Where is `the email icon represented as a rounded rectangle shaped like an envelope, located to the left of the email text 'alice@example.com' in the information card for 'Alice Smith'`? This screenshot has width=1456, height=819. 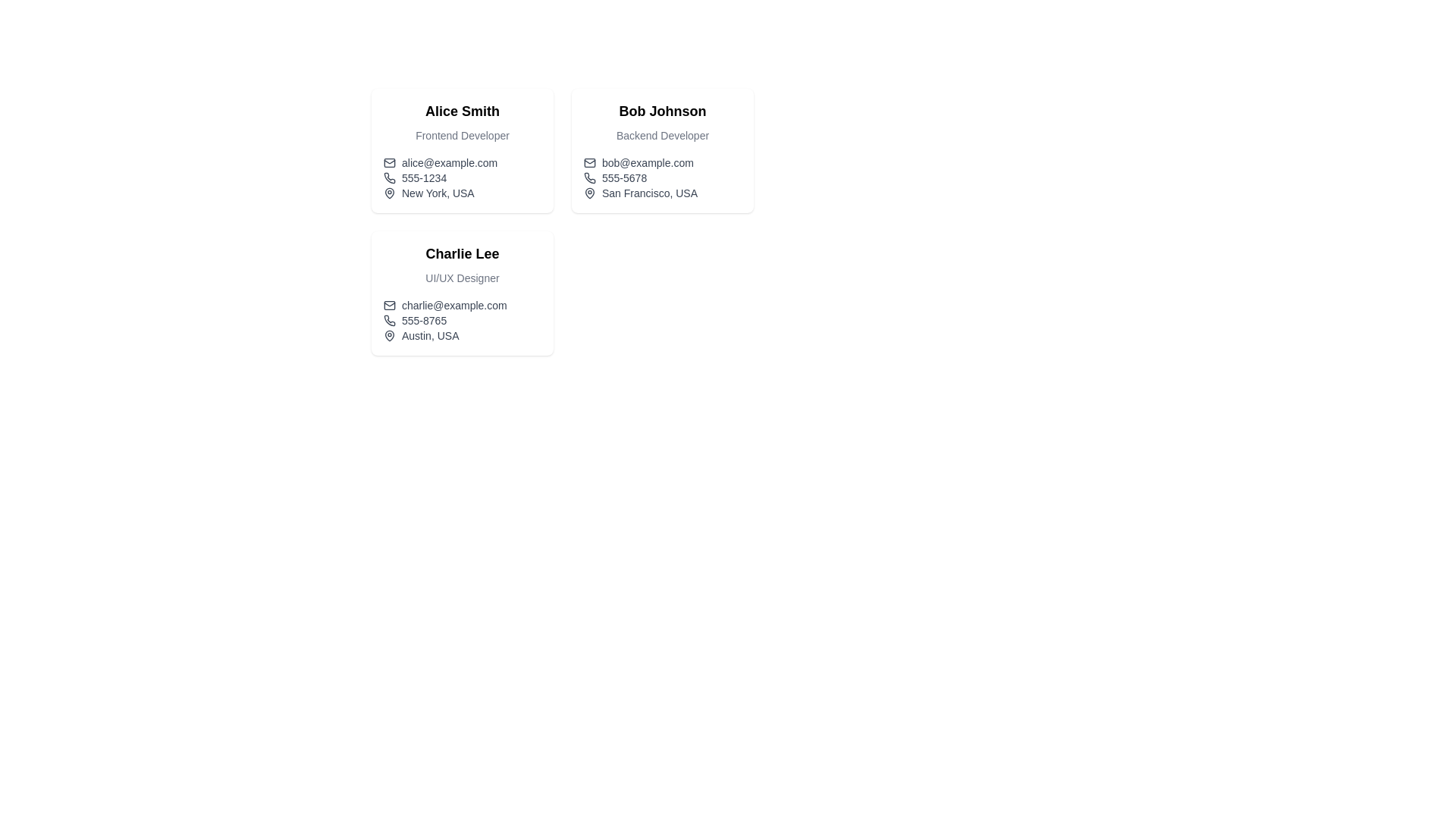 the email icon represented as a rounded rectangle shaped like an envelope, located to the left of the email text 'alice@example.com' in the information card for 'Alice Smith' is located at coordinates (389, 163).